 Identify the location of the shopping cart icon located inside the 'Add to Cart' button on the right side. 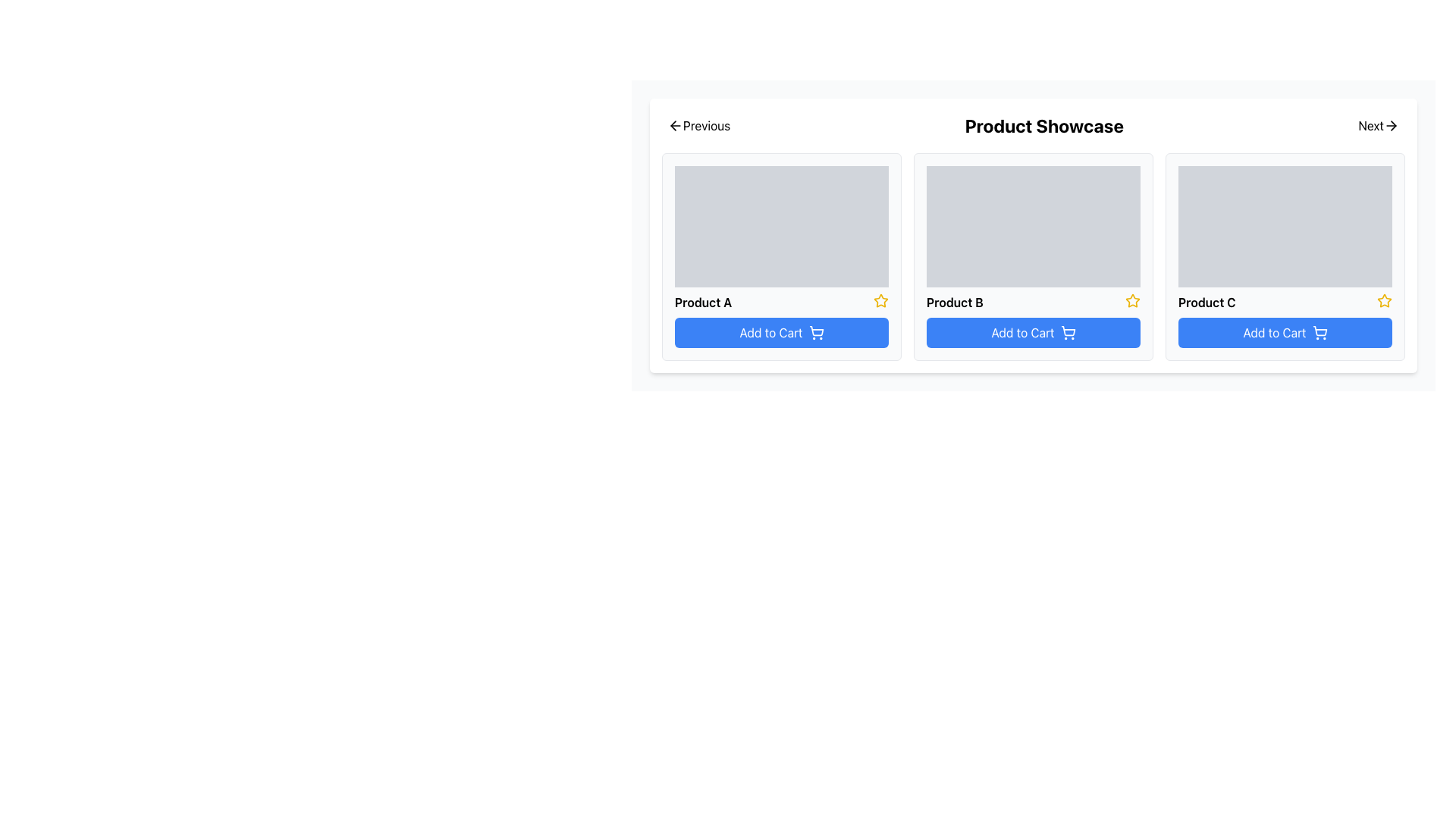
(815, 332).